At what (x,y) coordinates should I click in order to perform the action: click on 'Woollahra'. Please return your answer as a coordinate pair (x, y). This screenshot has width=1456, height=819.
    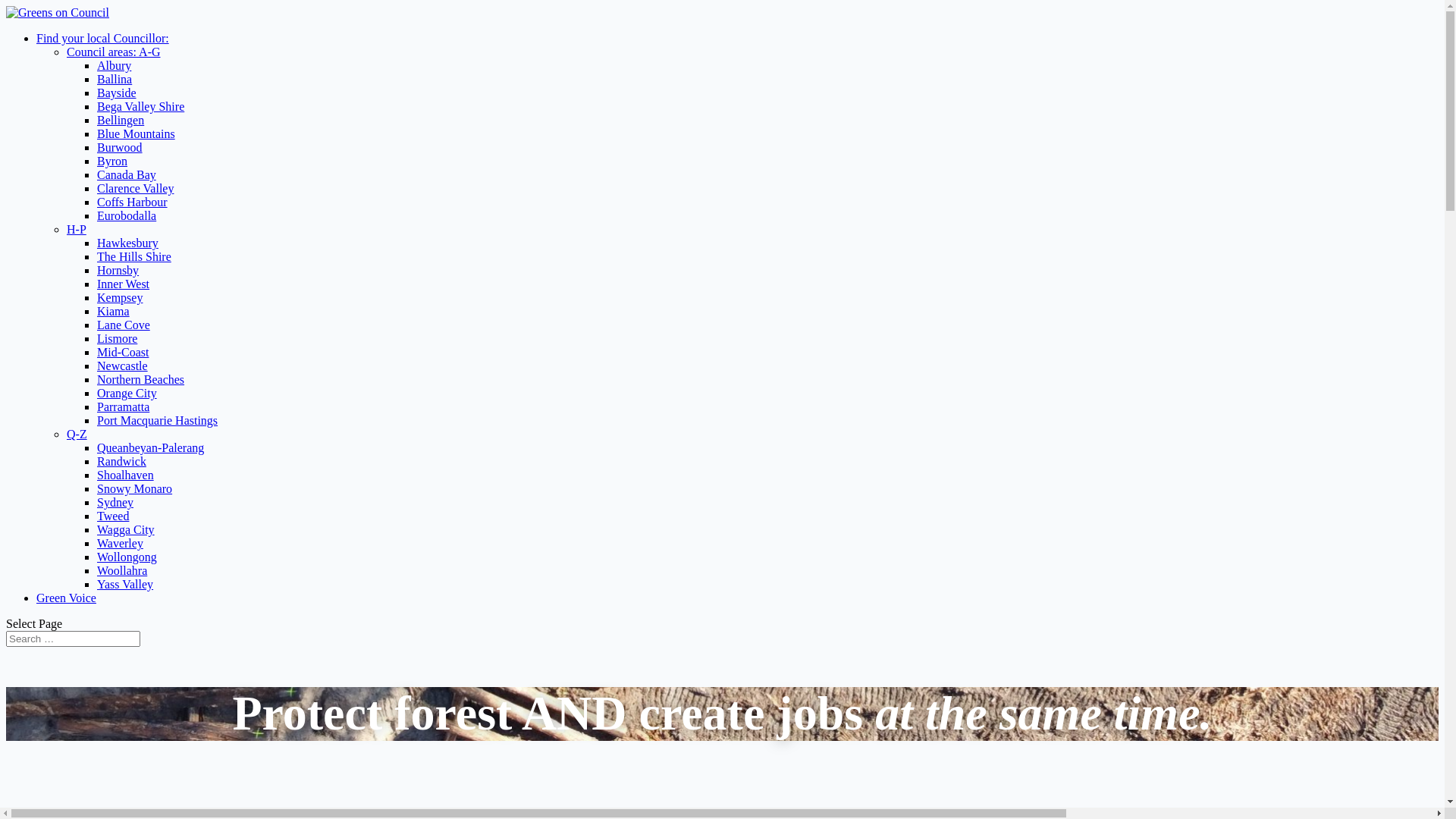
    Looking at the image, I should click on (122, 570).